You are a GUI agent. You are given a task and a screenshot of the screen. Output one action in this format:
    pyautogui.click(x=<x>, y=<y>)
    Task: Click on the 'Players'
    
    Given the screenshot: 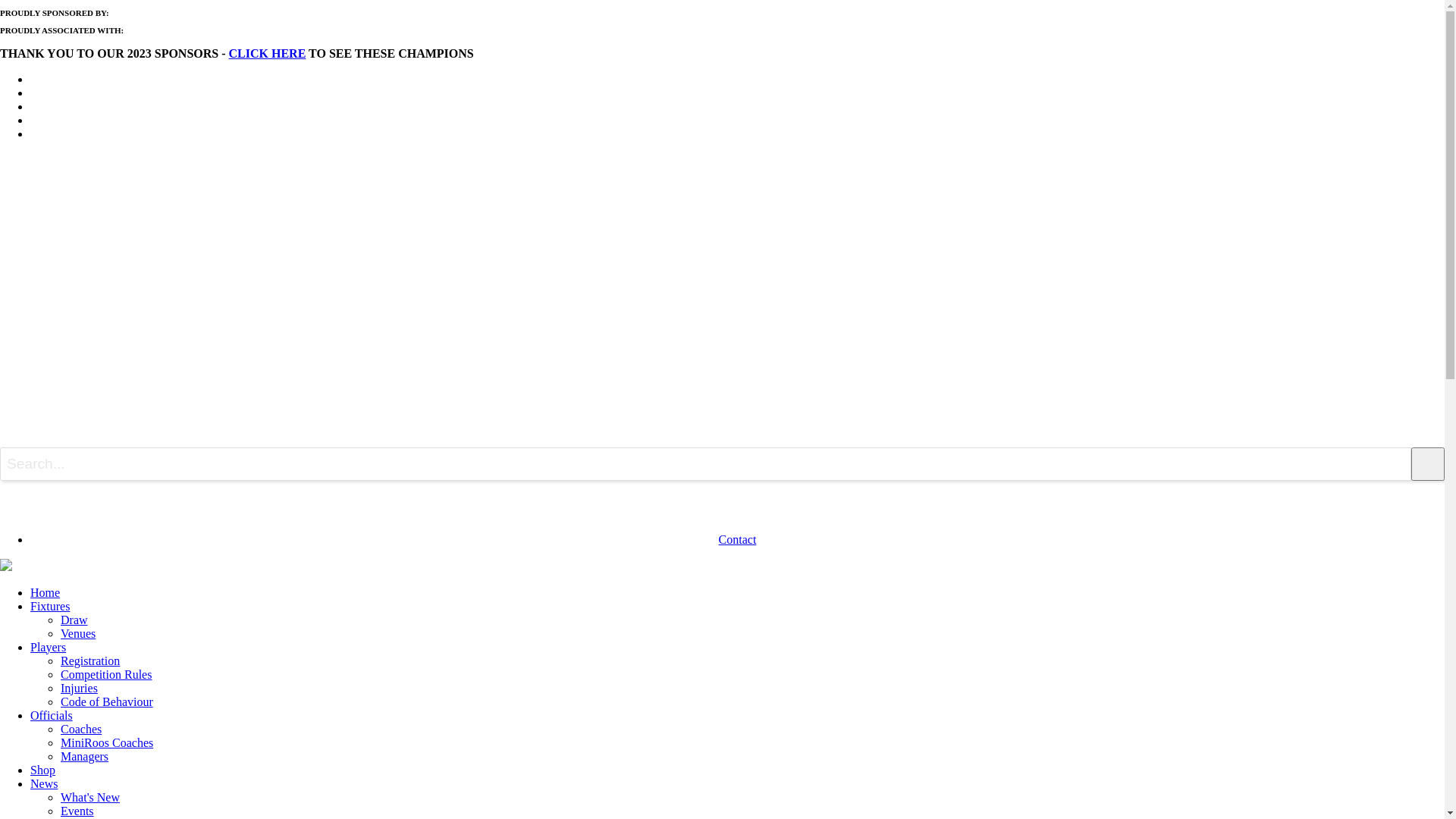 What is the action you would take?
    pyautogui.click(x=48, y=647)
    